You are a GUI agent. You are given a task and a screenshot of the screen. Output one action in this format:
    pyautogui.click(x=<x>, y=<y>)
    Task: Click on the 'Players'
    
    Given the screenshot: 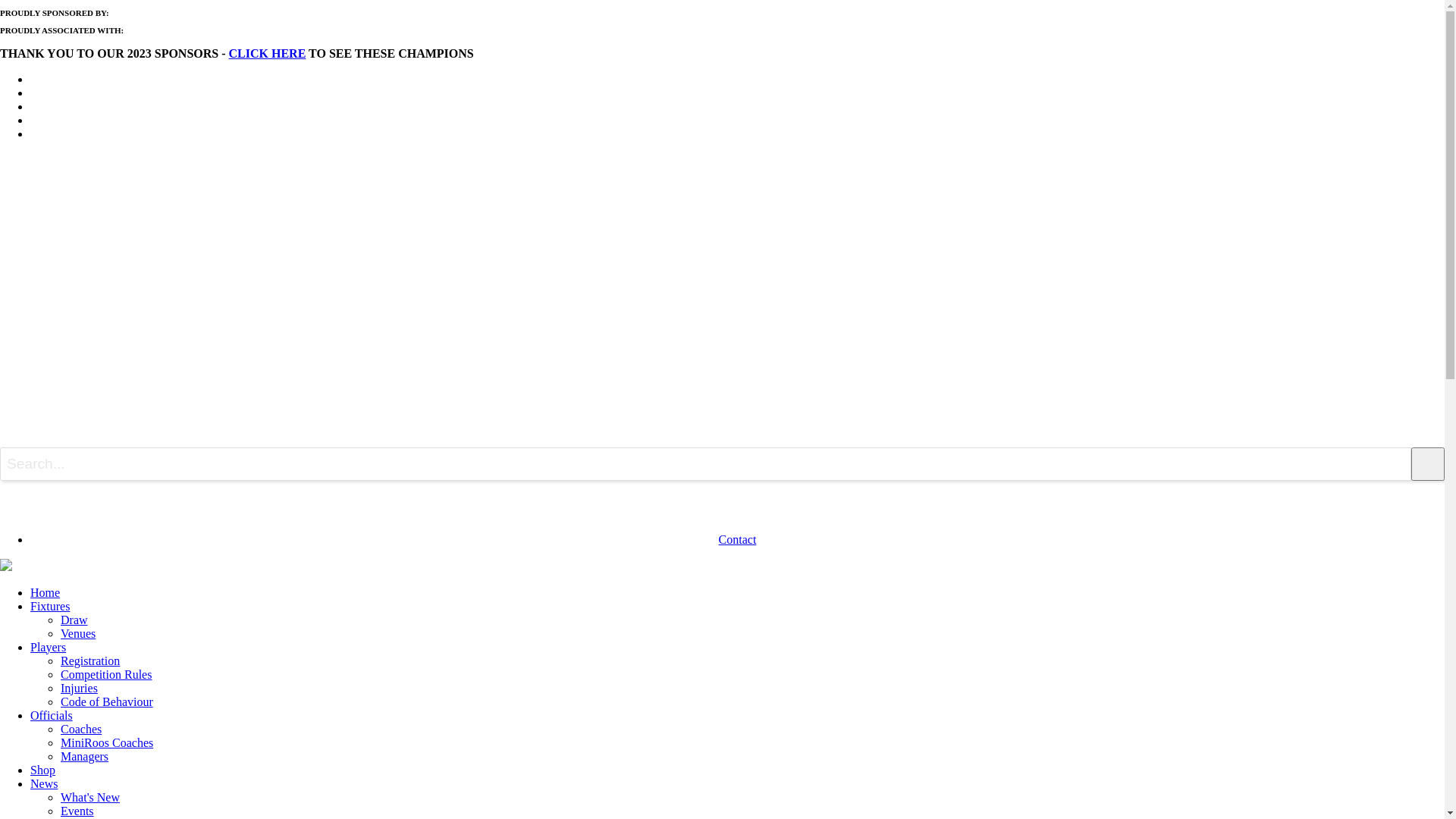 What is the action you would take?
    pyautogui.click(x=48, y=647)
    